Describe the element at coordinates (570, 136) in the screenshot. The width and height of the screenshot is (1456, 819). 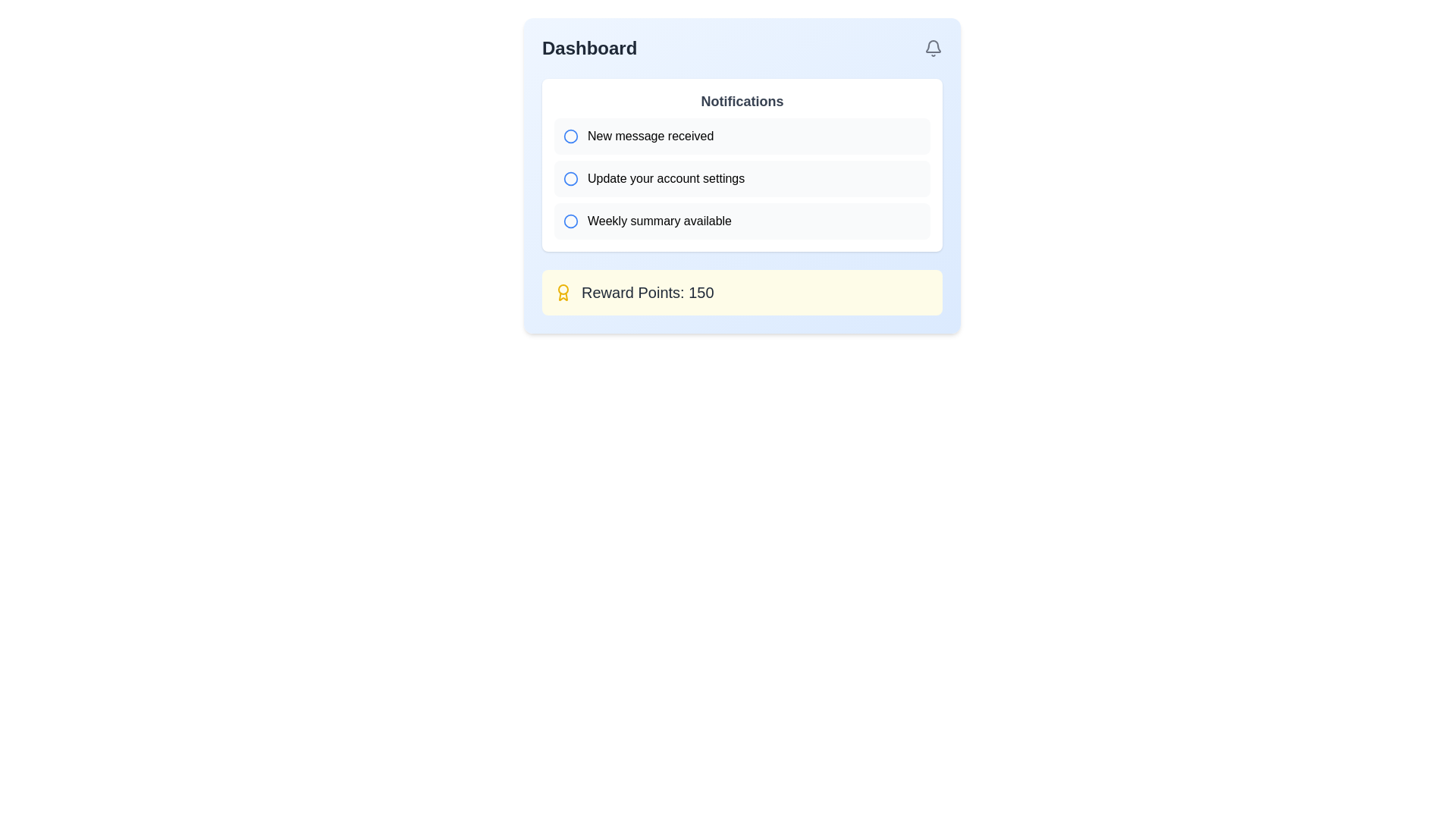
I see `the blue circular icon located to the left of the text 'New message received' in the first notification entry` at that location.